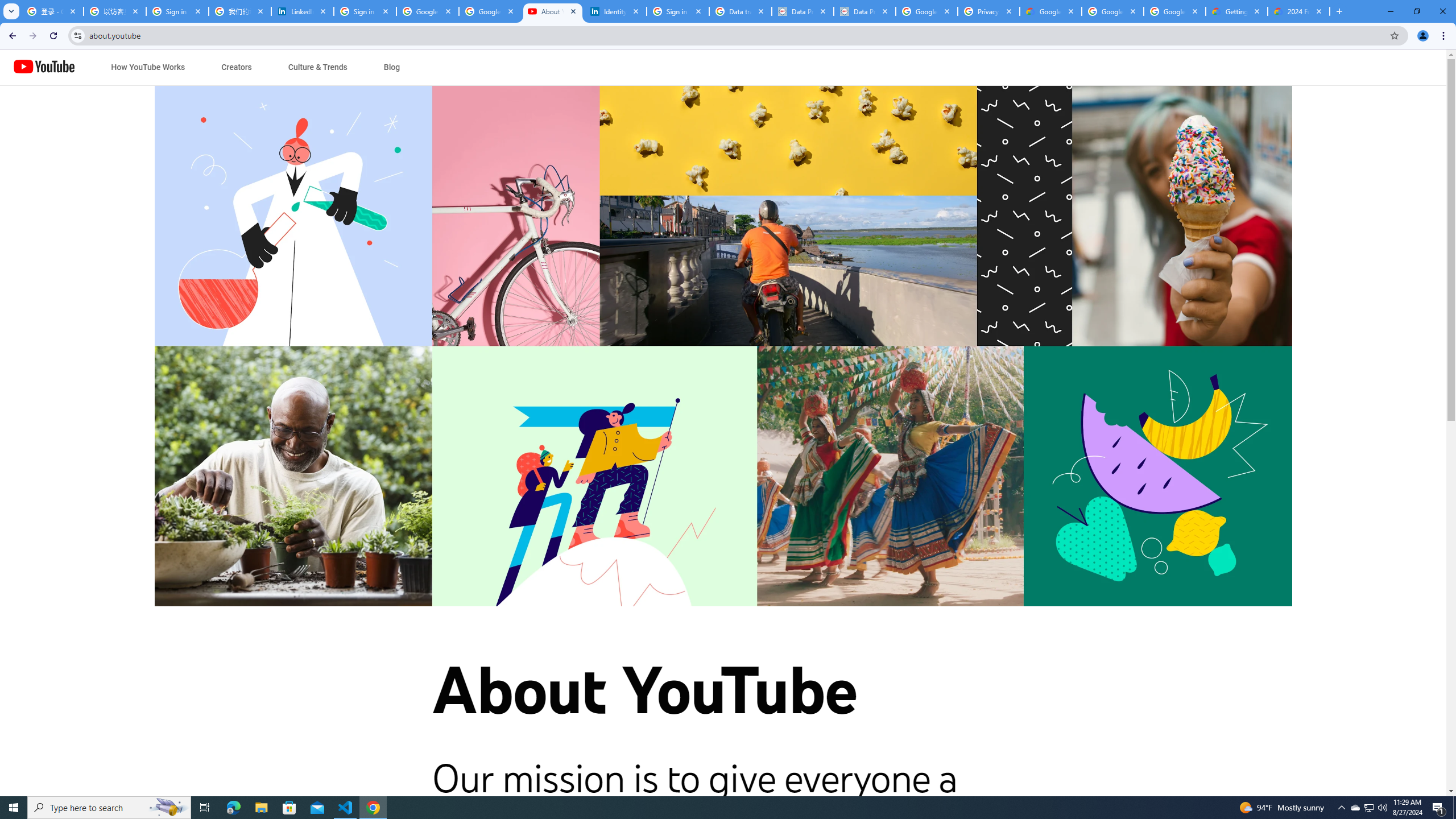 The image size is (1456, 819). I want to click on 'Google Cloud Terms Directory | Google Cloud', so click(1050, 11).